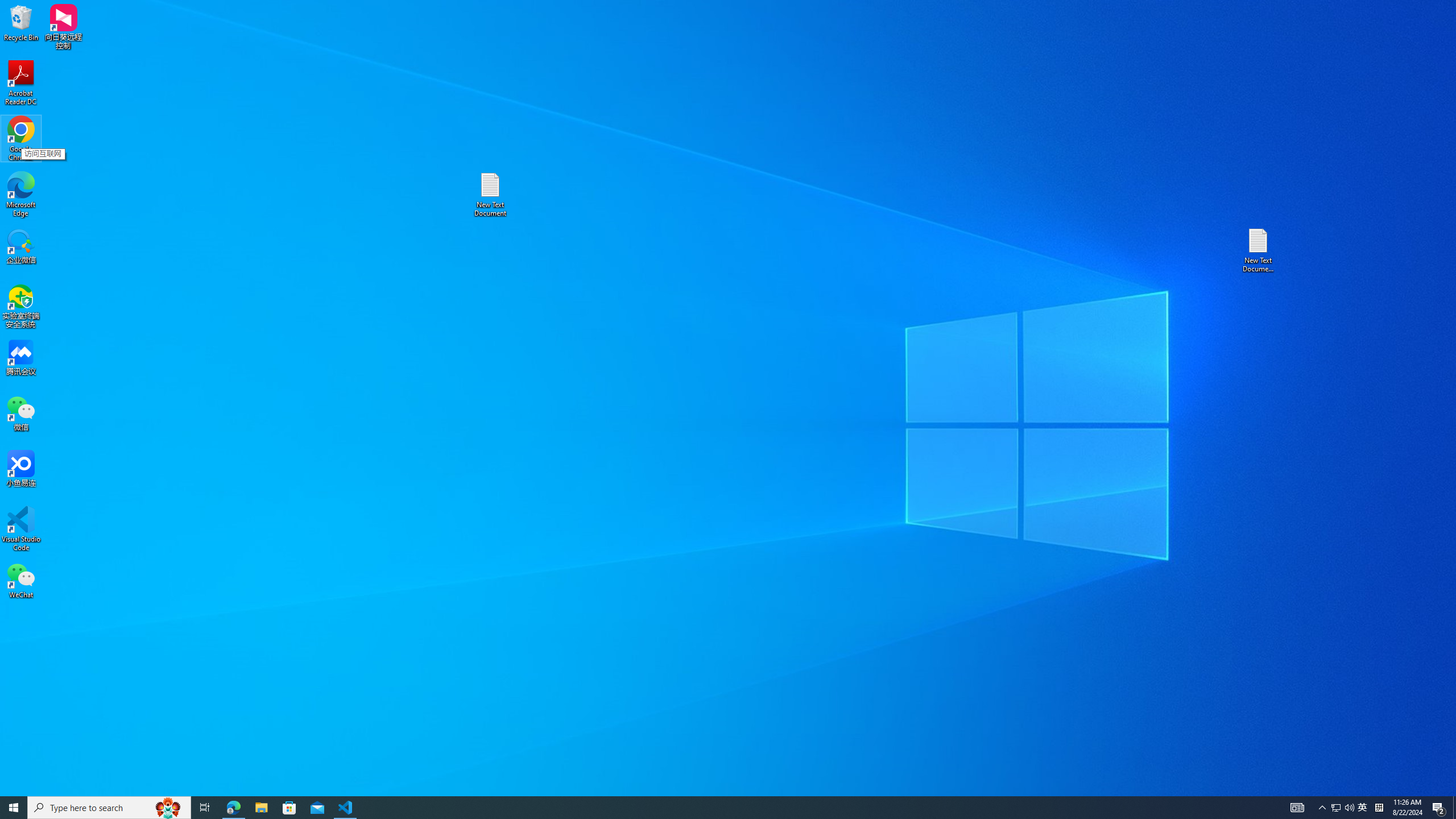 This screenshot has width=1456, height=819. I want to click on 'Q2790: 100%', so click(1349, 806).